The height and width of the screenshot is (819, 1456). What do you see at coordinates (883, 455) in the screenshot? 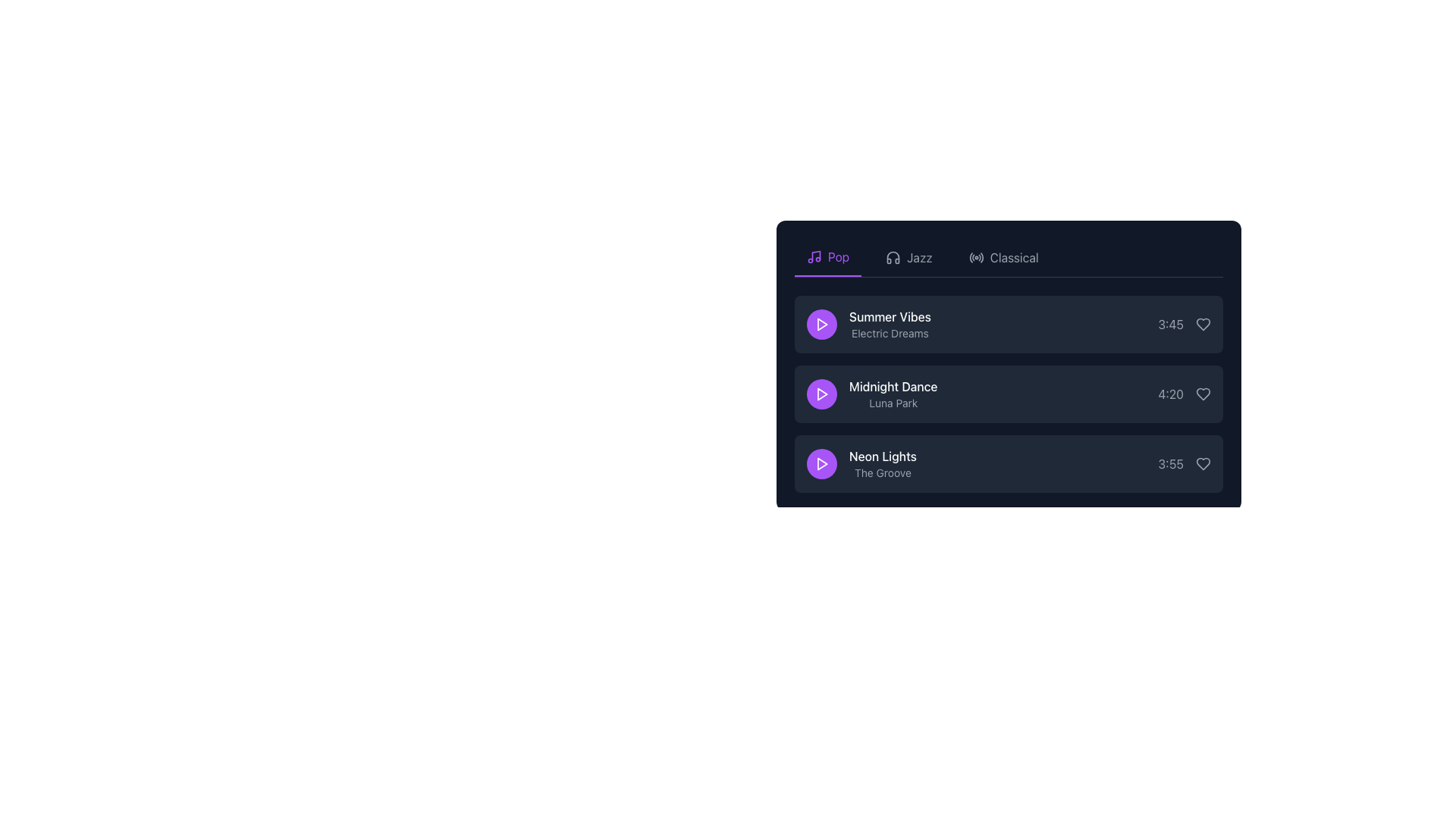
I see `text label displaying 'Neon Lights' located in the third entry of the playlist, positioned above 'The Groove' and to the right of the purple play icon` at bounding box center [883, 455].